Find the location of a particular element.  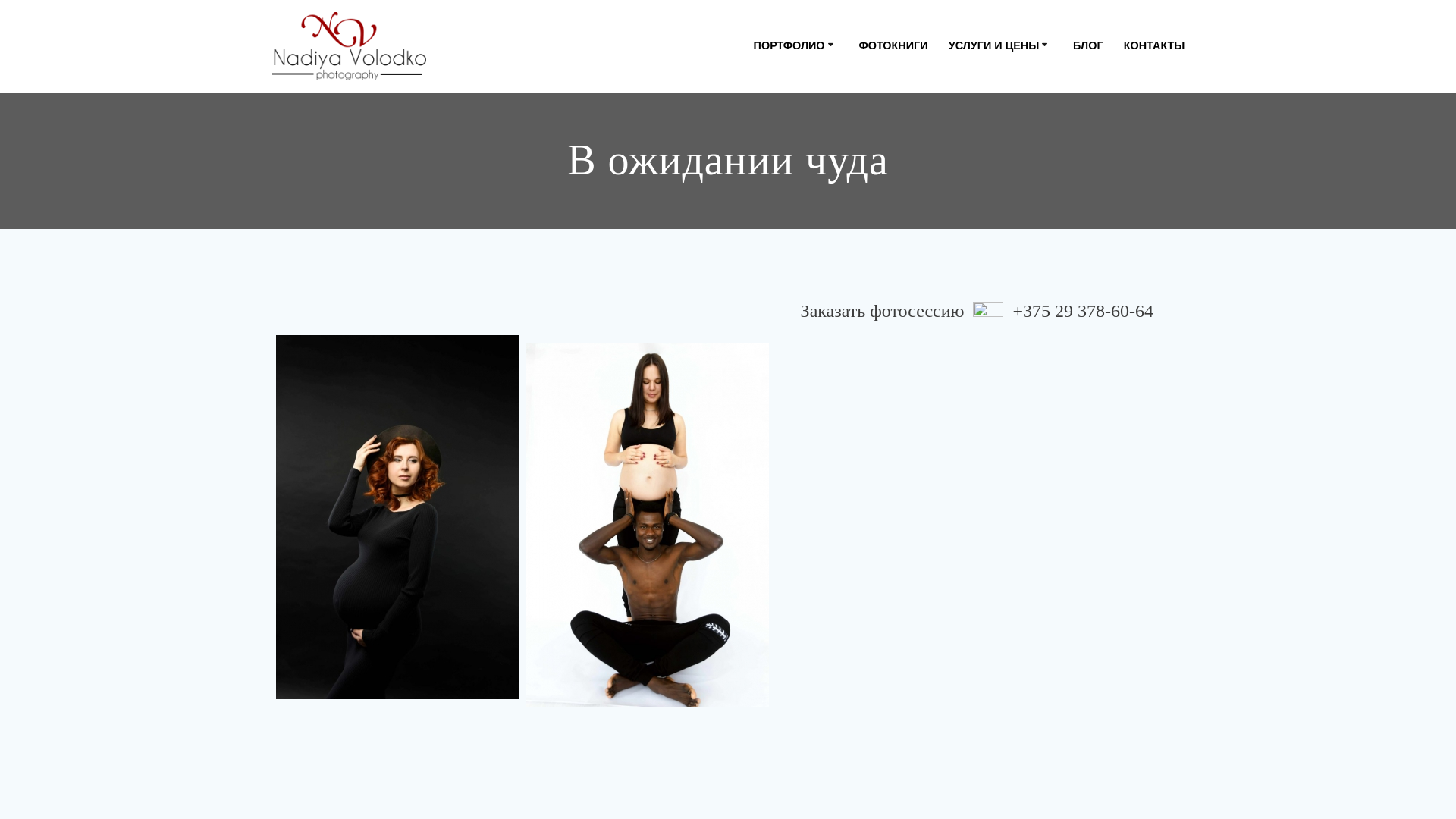

'2-1' is located at coordinates (397, 516).